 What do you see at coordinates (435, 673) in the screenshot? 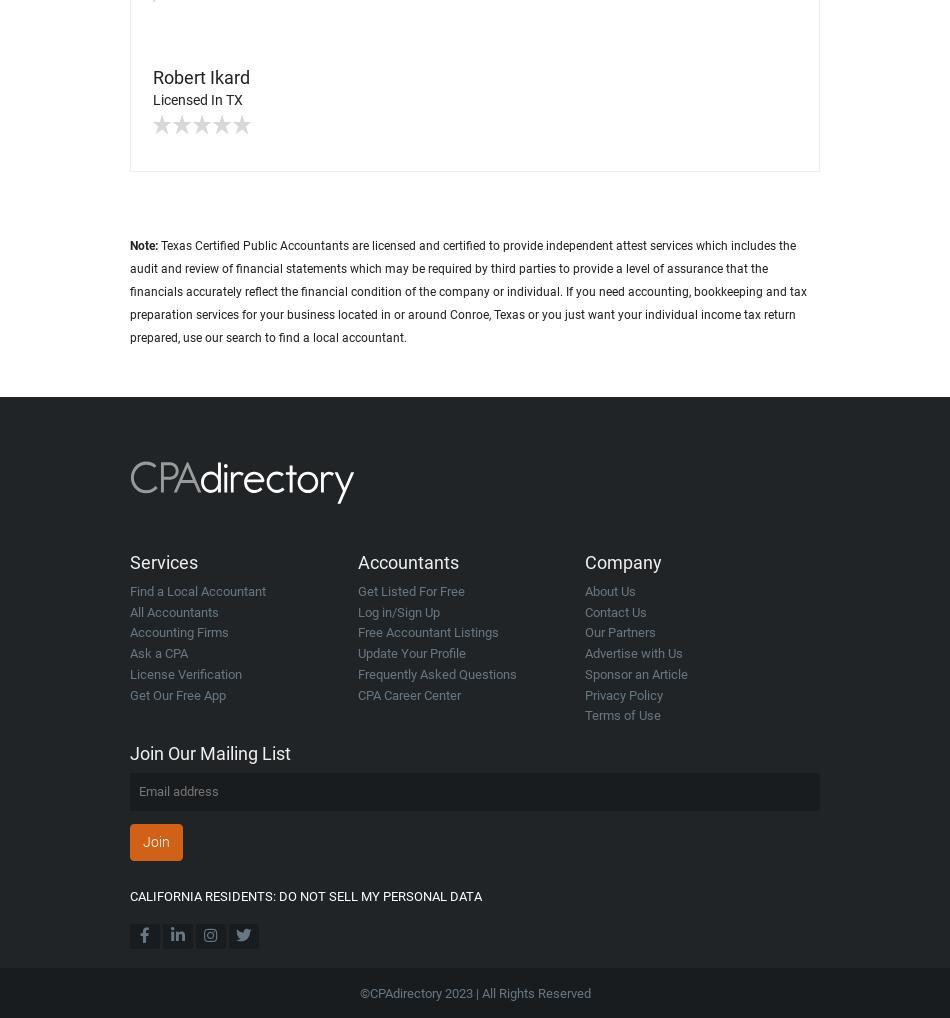
I see `'Frequently Asked Questions'` at bounding box center [435, 673].